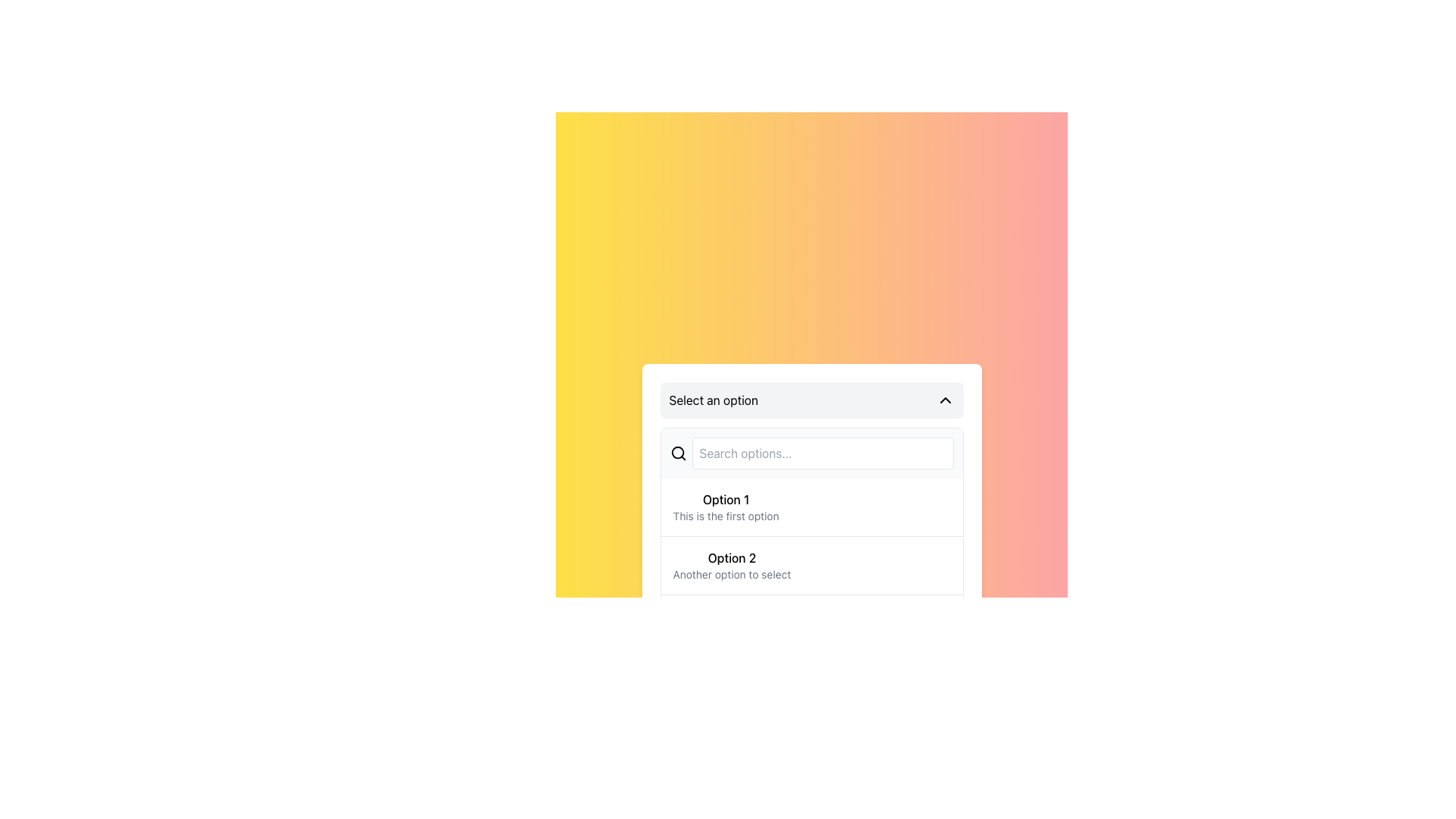  What do you see at coordinates (676, 452) in the screenshot?
I see `the search icon located inside the light-gray bar to the left of the text input area` at bounding box center [676, 452].